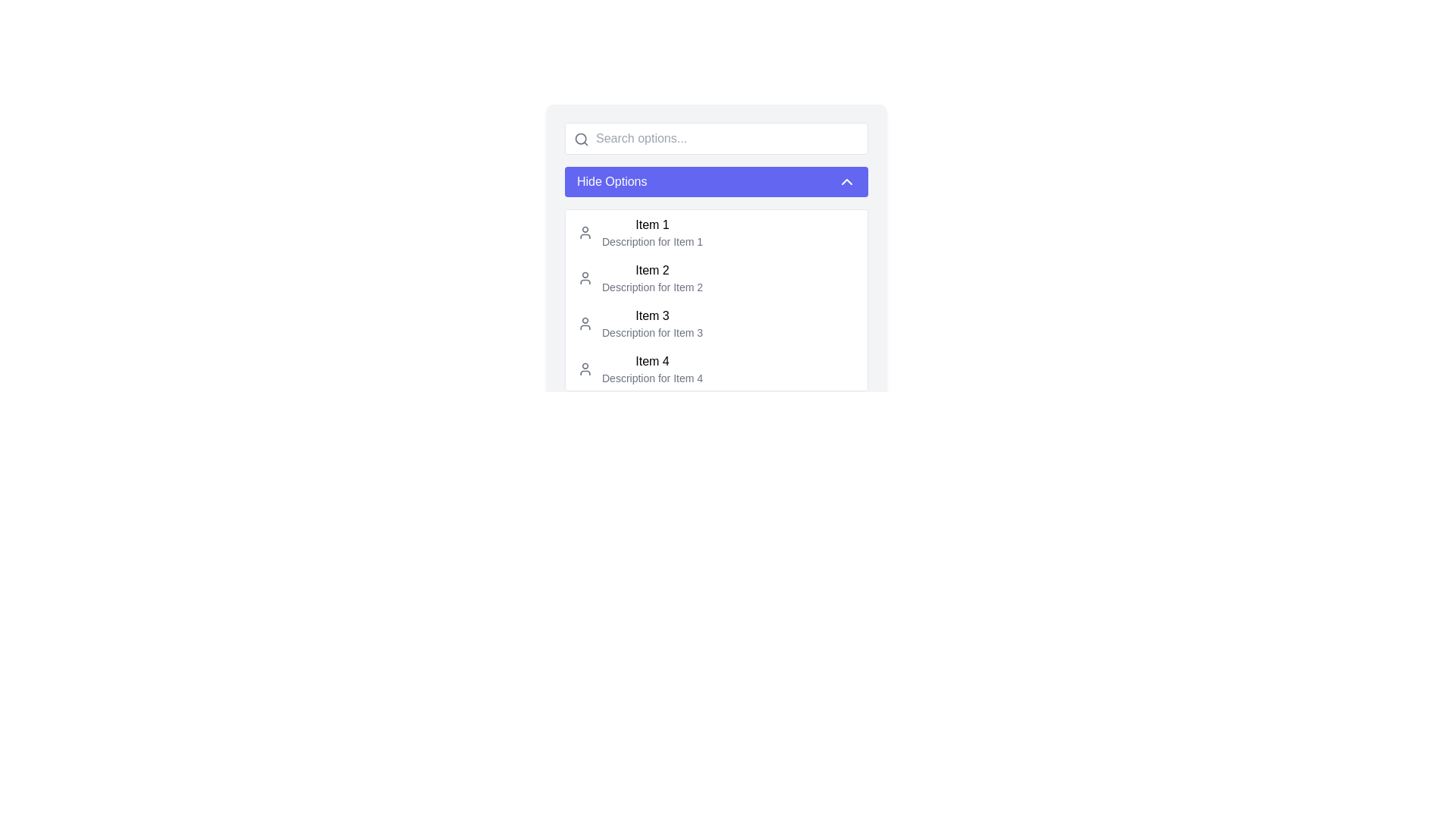  I want to click on the text label providing secondary information for 'Item 2', located in the second row of the vertical list, so click(652, 287).